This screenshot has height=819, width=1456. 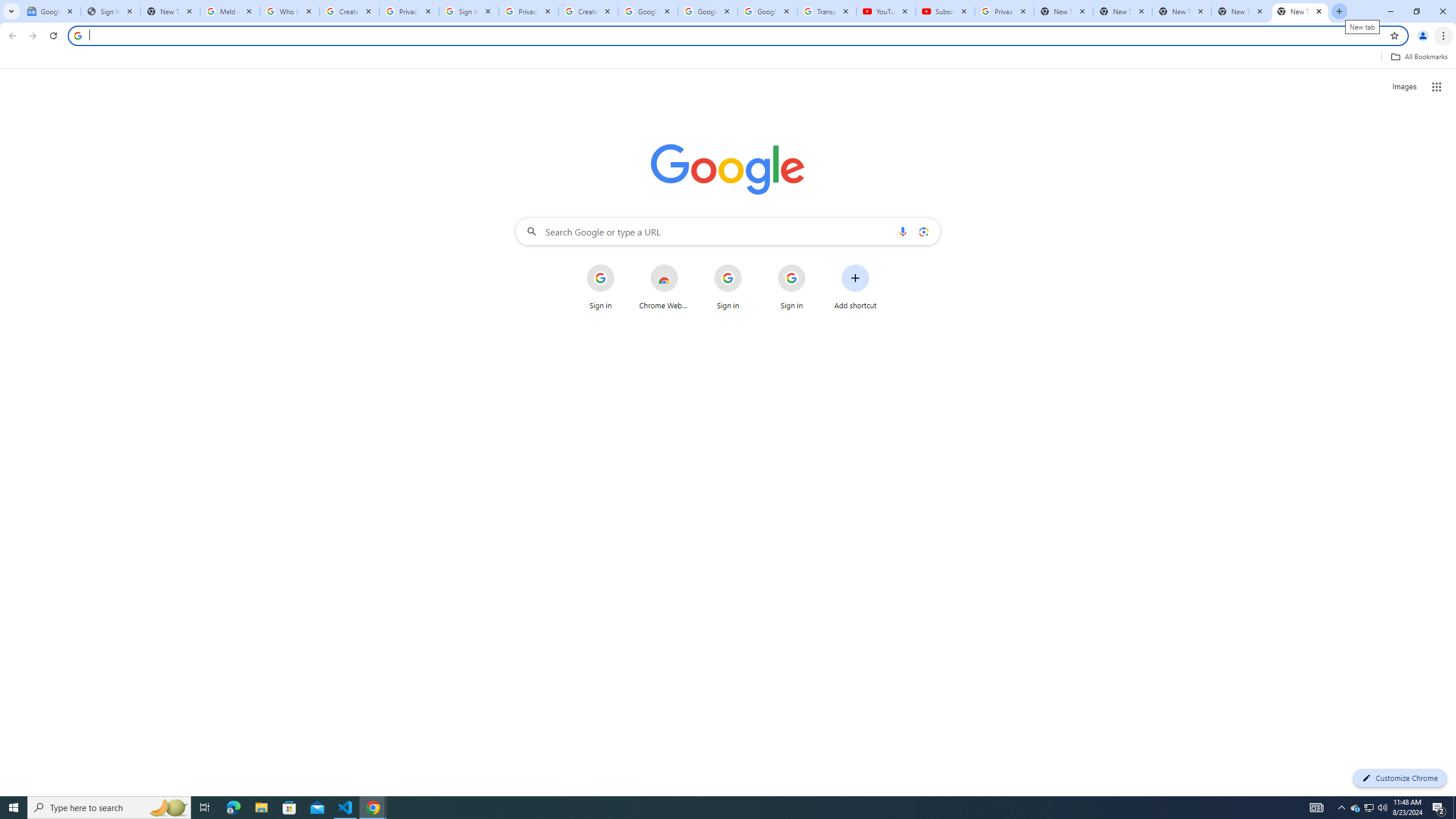 I want to click on 'Sign In - USA TODAY', so click(x=110, y=11).